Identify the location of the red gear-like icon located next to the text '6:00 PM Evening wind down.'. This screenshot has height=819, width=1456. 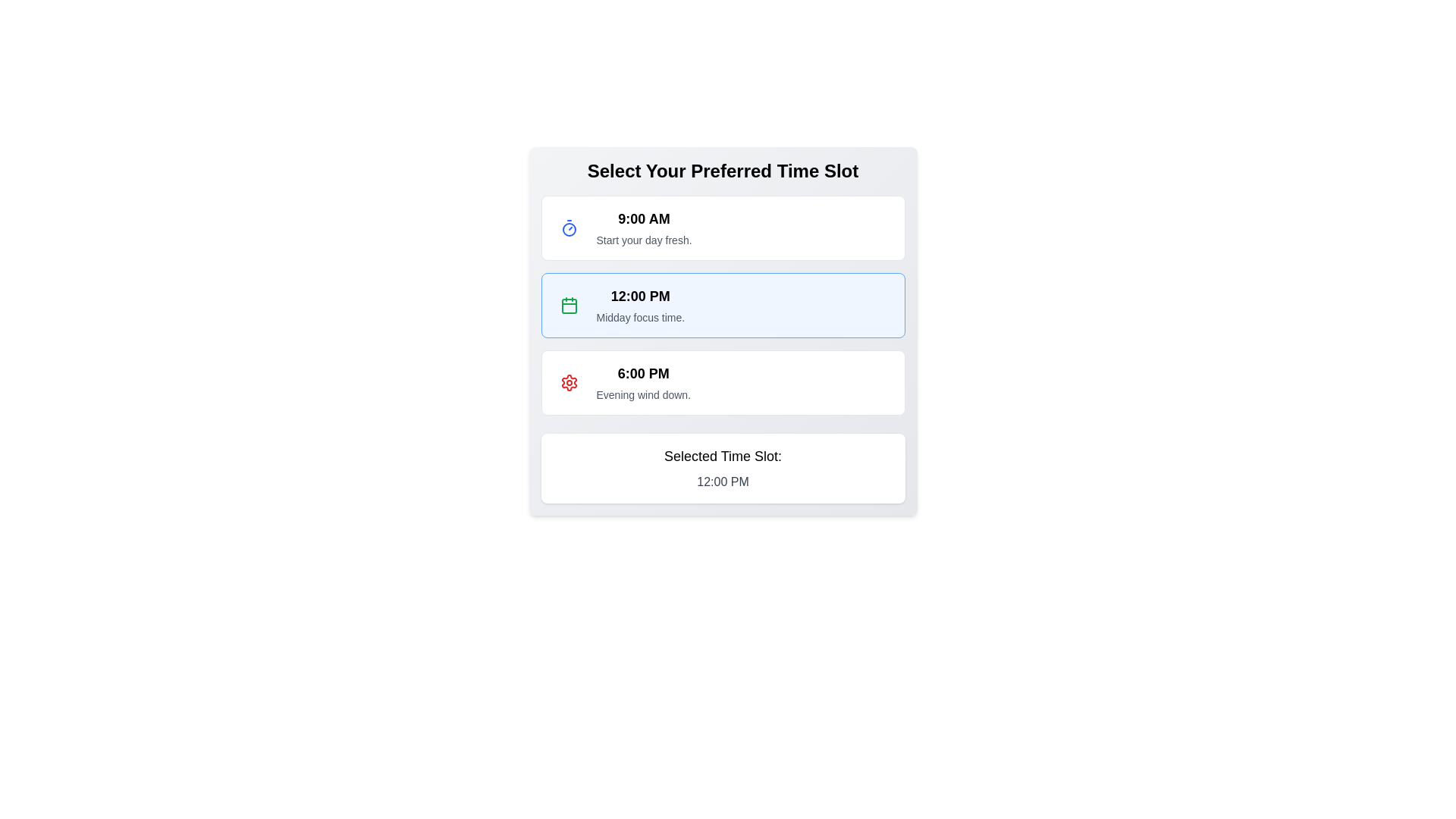
(568, 382).